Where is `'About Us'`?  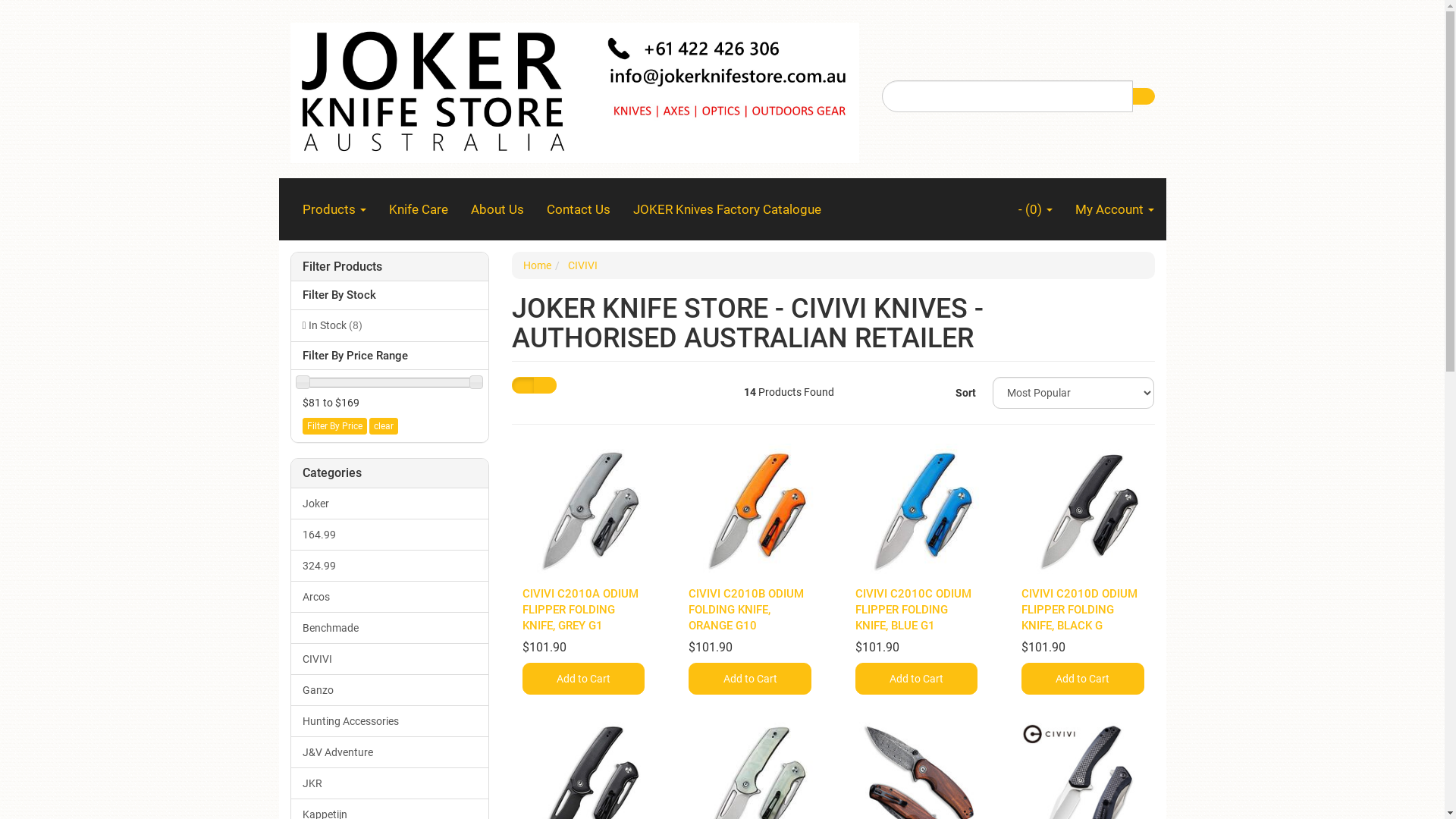
'About Us' is located at coordinates (458, 209).